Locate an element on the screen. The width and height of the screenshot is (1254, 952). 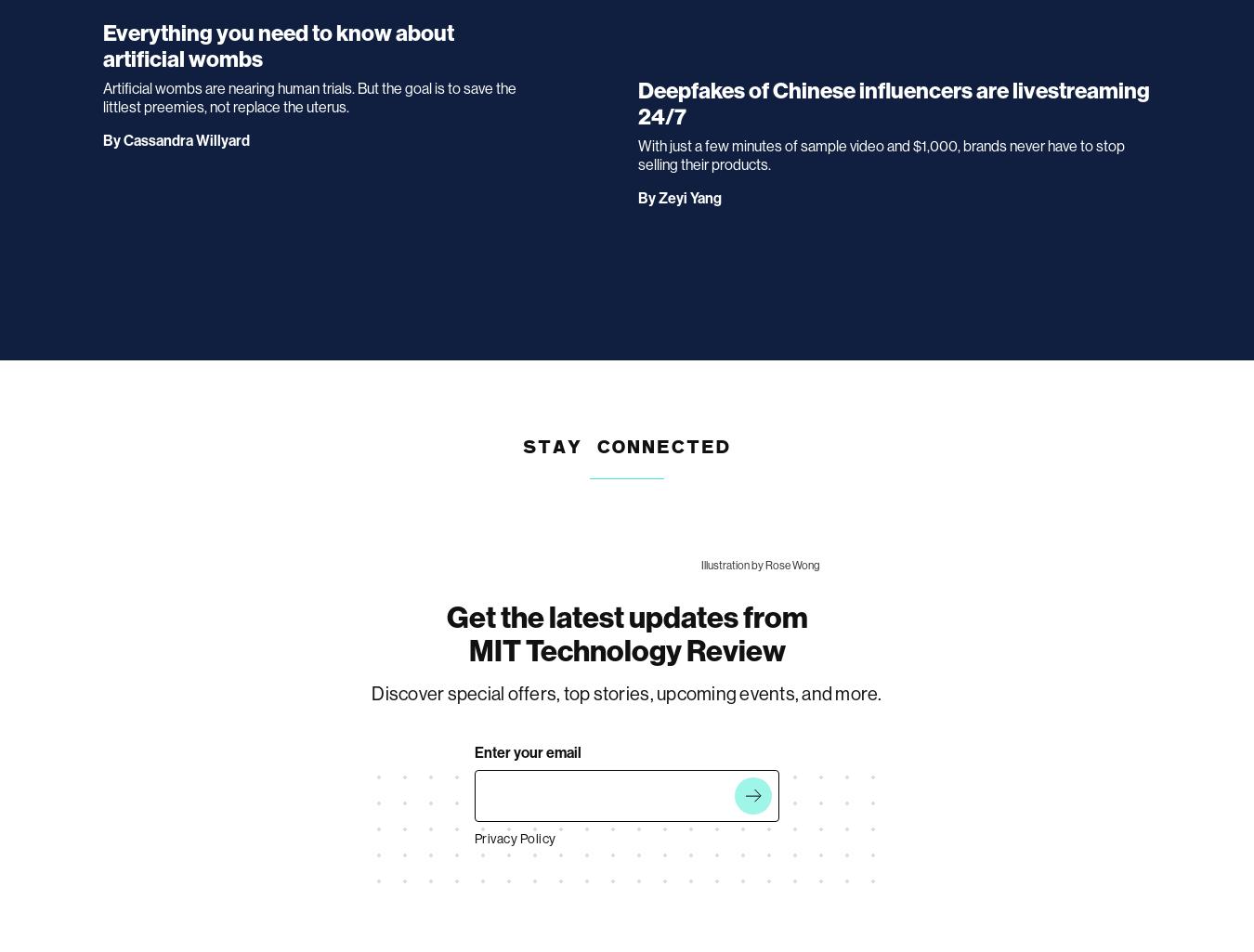
'It looks like something went wrong.' is located at coordinates (512, 751).